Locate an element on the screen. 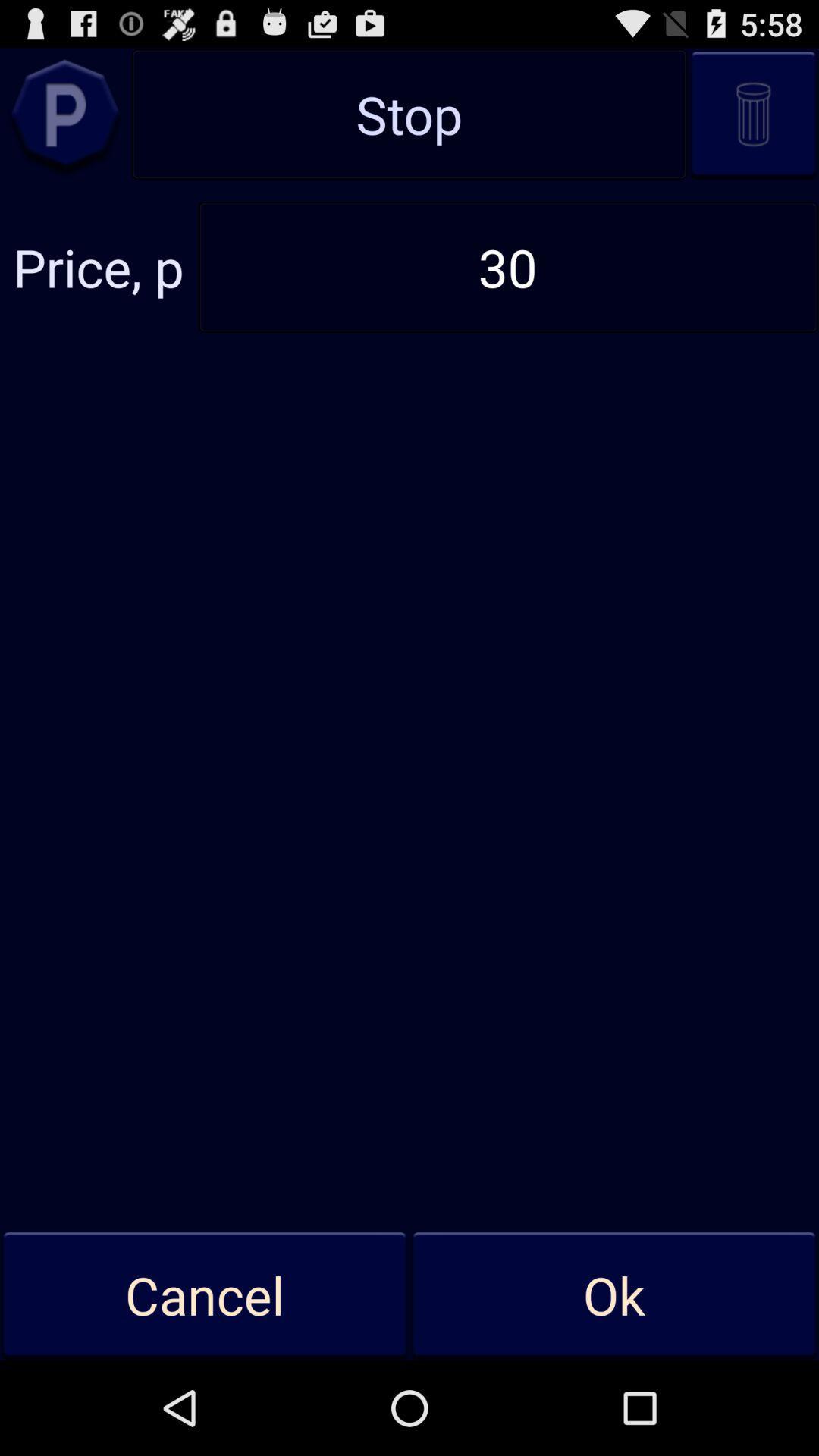 The width and height of the screenshot is (819, 1456). trash can is located at coordinates (753, 113).